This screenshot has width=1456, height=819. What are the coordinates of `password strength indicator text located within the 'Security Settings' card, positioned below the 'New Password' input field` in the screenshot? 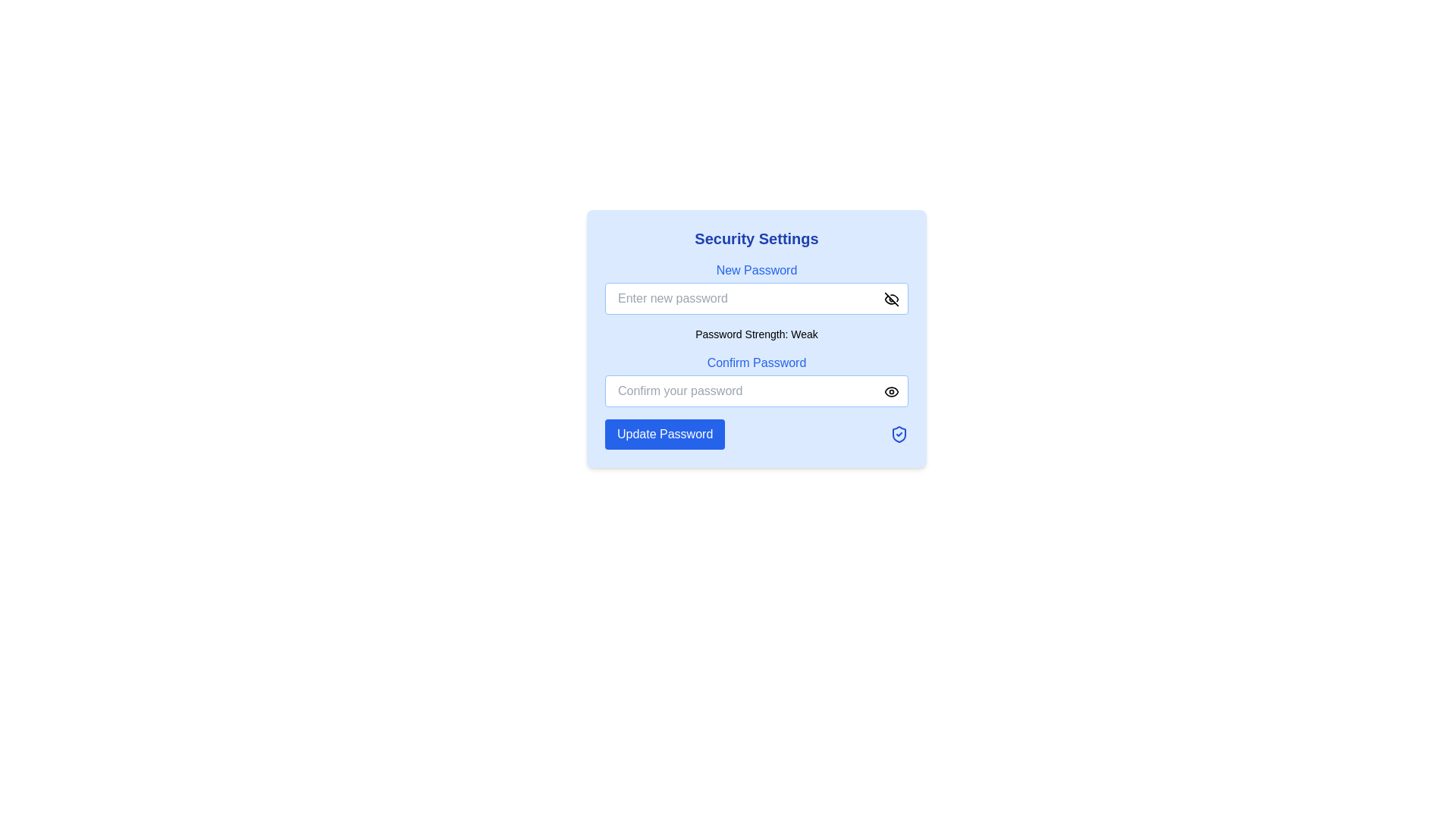 It's located at (757, 333).